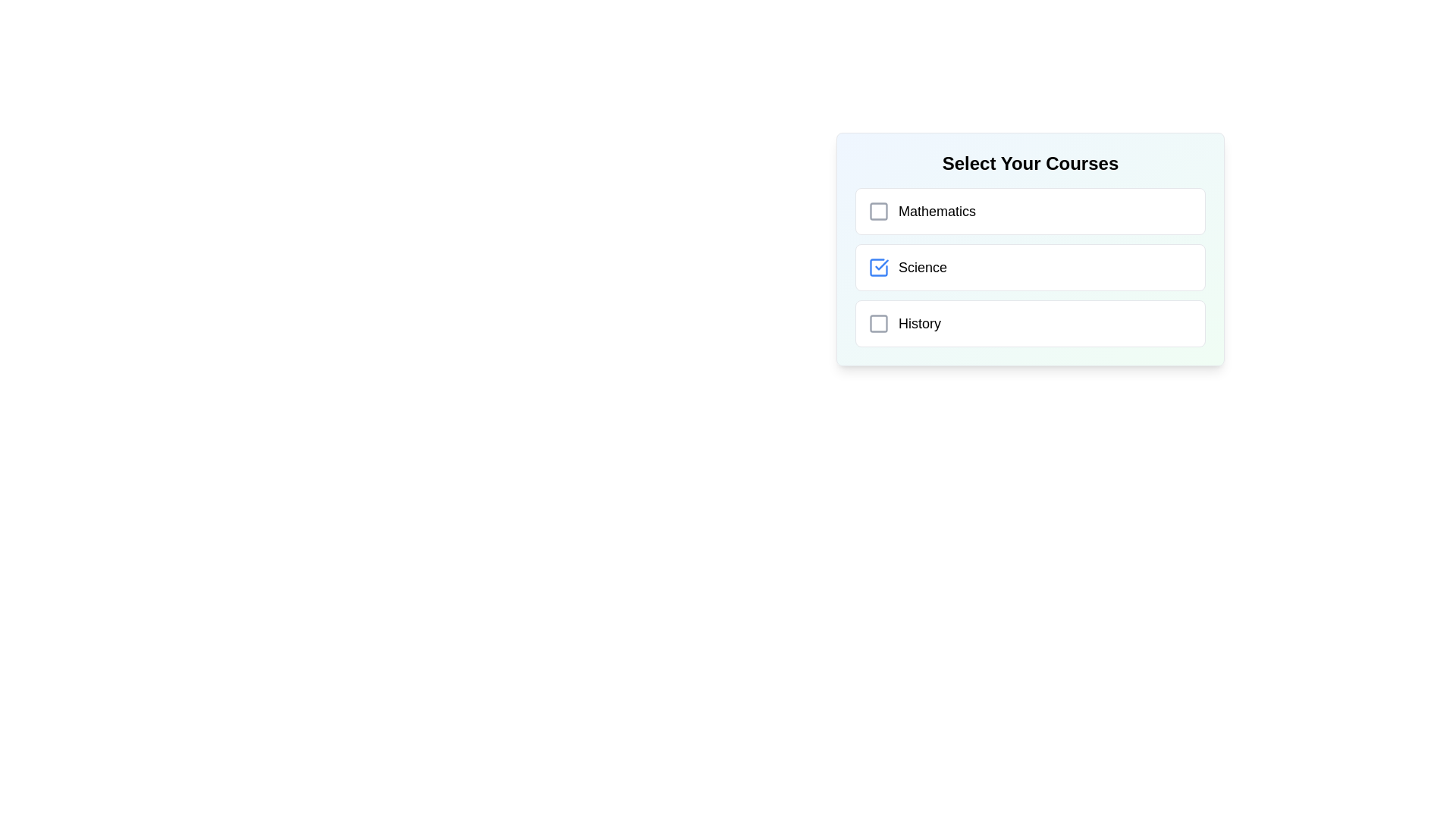 This screenshot has height=819, width=1456. What do you see at coordinates (878, 211) in the screenshot?
I see `the SVG Checkbox element located next to the 'Mathematics' text label` at bounding box center [878, 211].